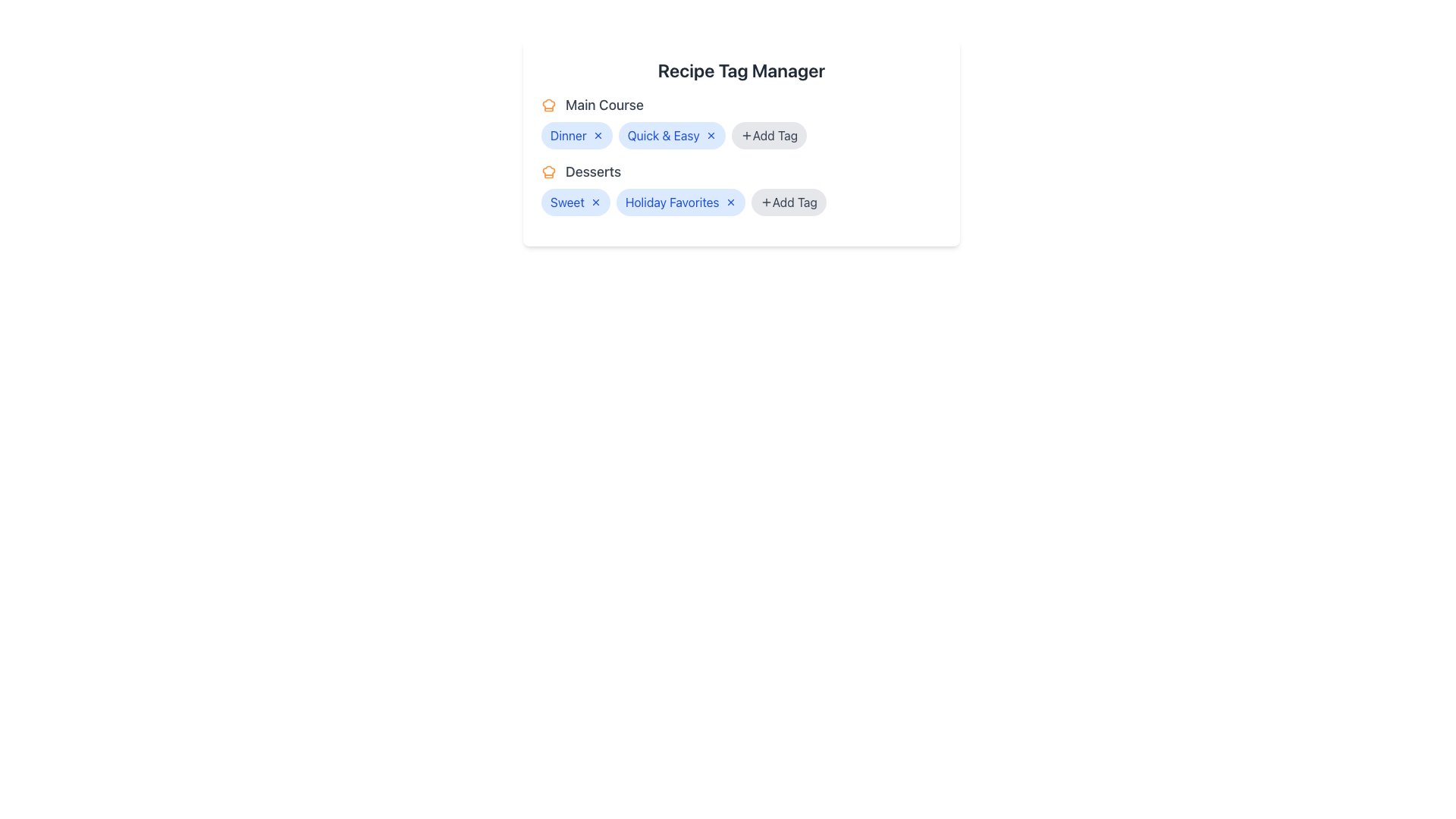 The image size is (1456, 819). I want to click on the 'X' button, so click(595, 201).